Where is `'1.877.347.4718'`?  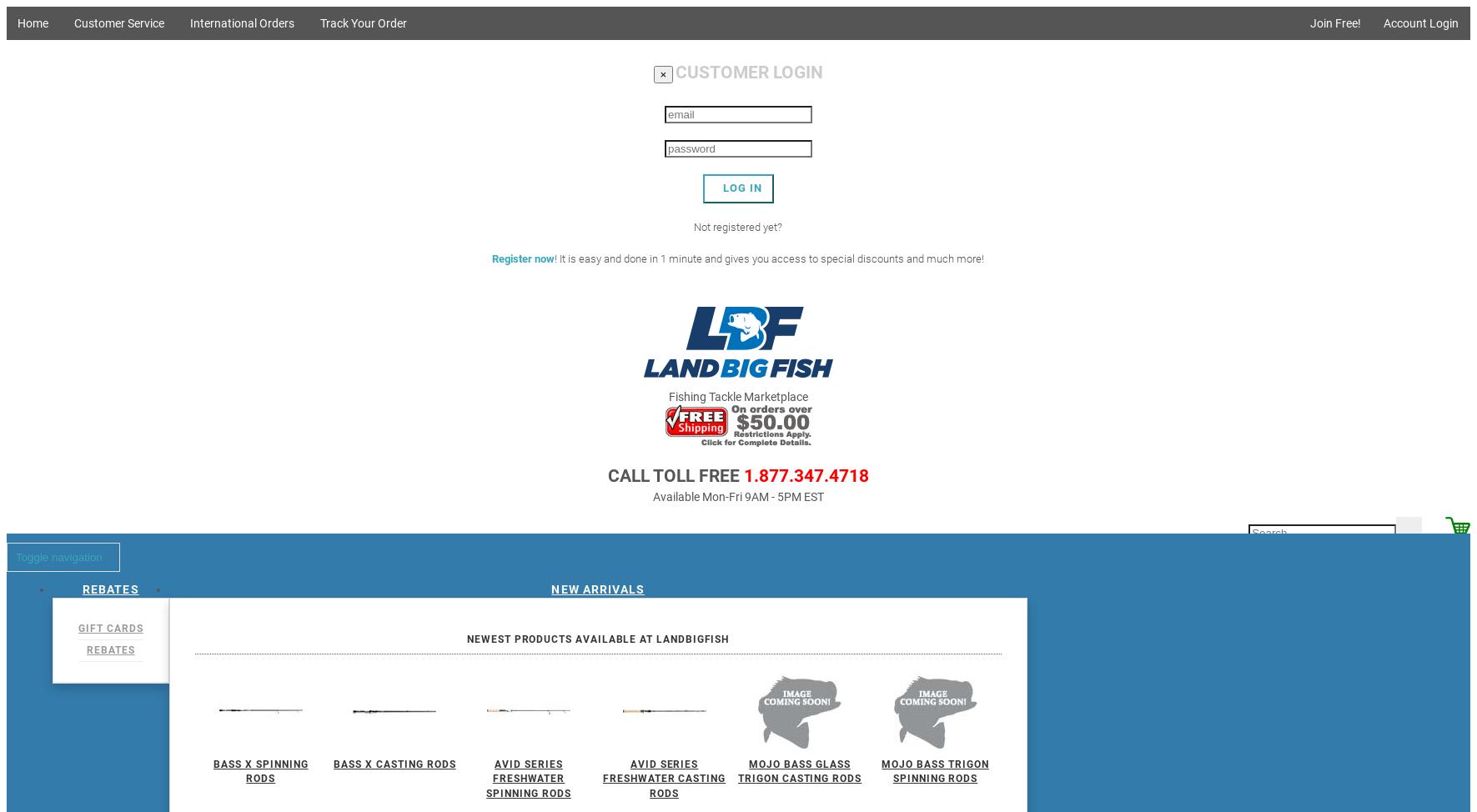 '1.877.347.4718' is located at coordinates (804, 474).